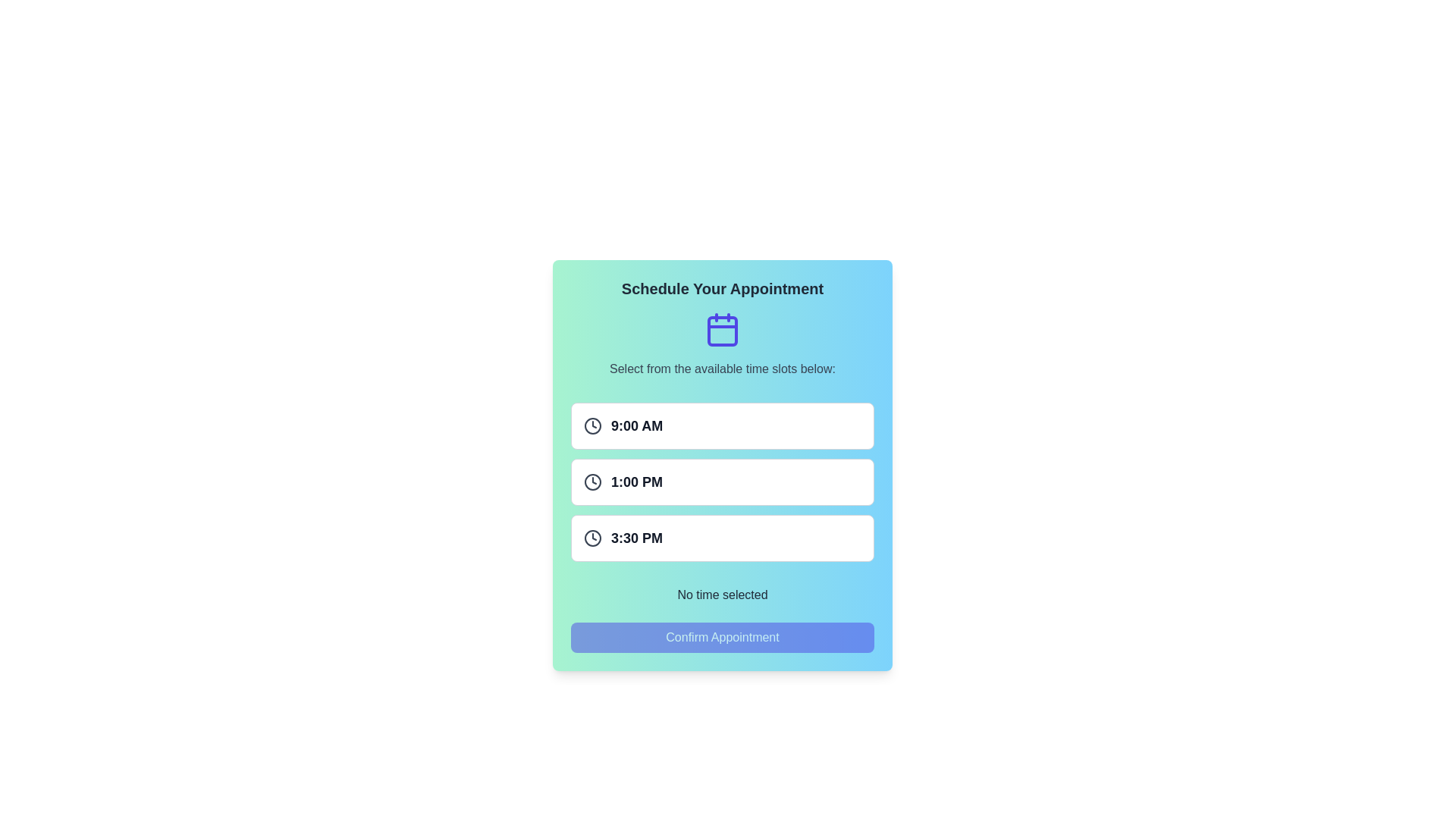 The image size is (1456, 819). What do you see at coordinates (722, 330) in the screenshot?
I see `the Decorative Rectangle within the SVG Calendar Icon, which is centrally positioned and contributes to the overall design of the icon` at bounding box center [722, 330].